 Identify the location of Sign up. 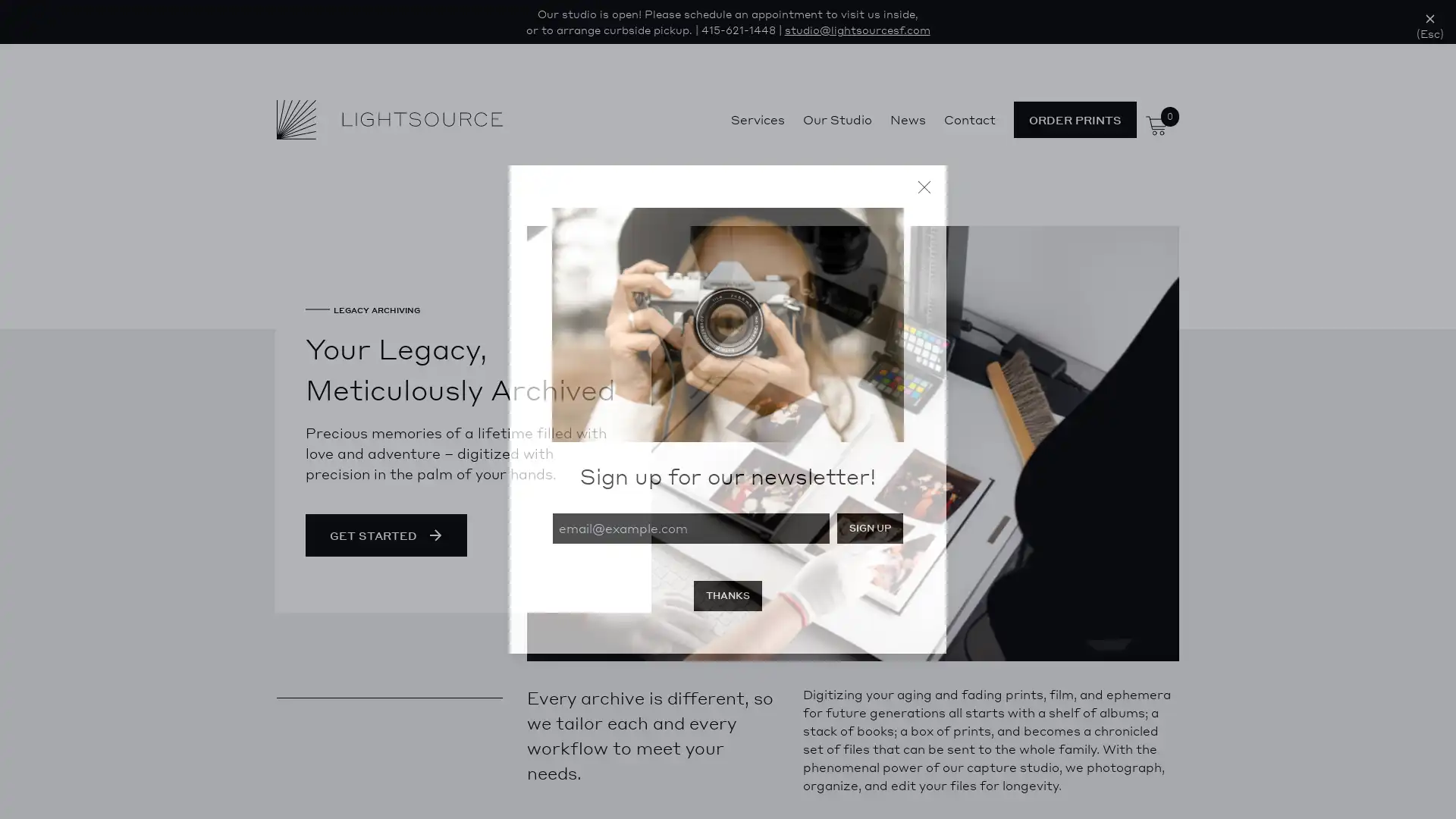
(870, 528).